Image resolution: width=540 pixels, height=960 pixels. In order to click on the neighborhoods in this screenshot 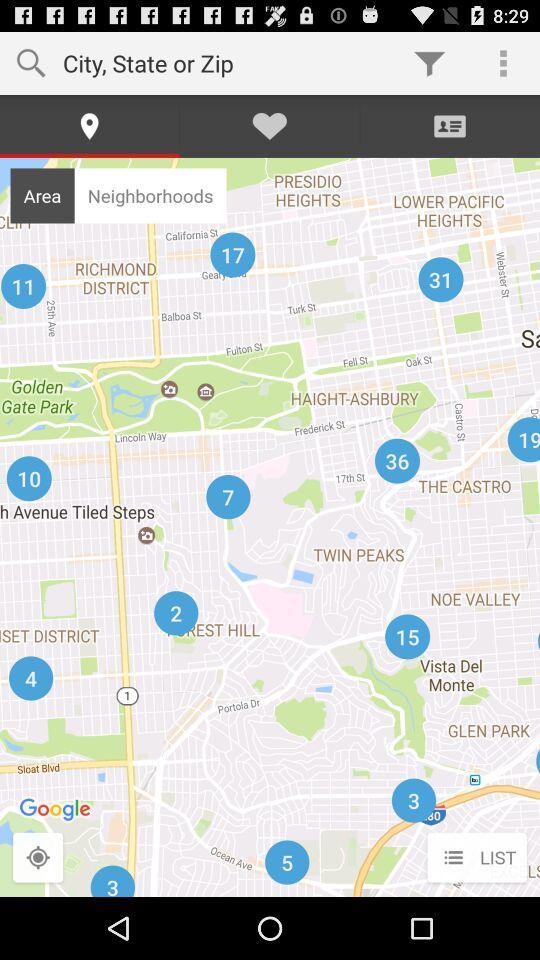, I will do `click(149, 195)`.